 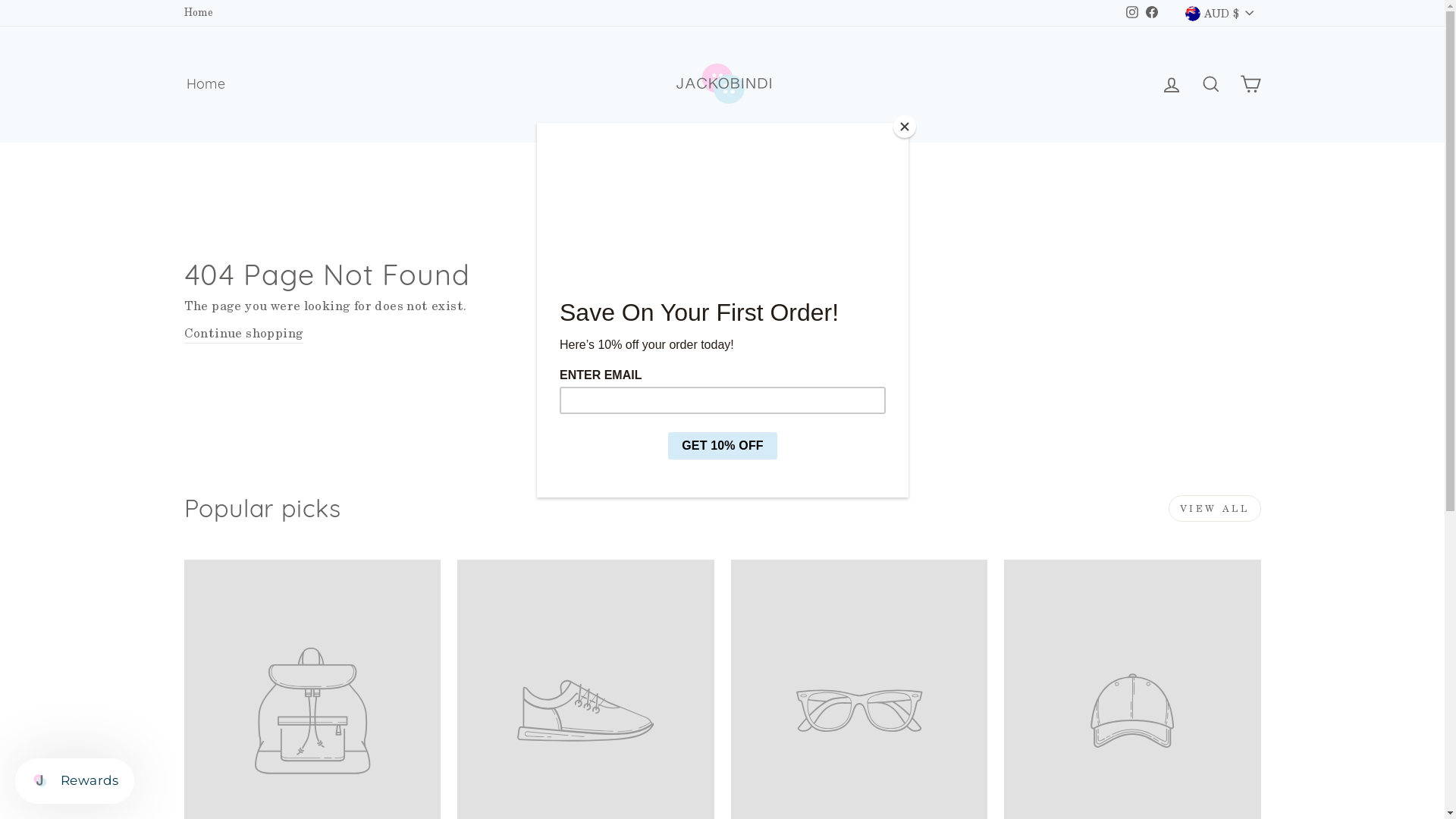 What do you see at coordinates (0, 0) in the screenshot?
I see `'Skip to content'` at bounding box center [0, 0].